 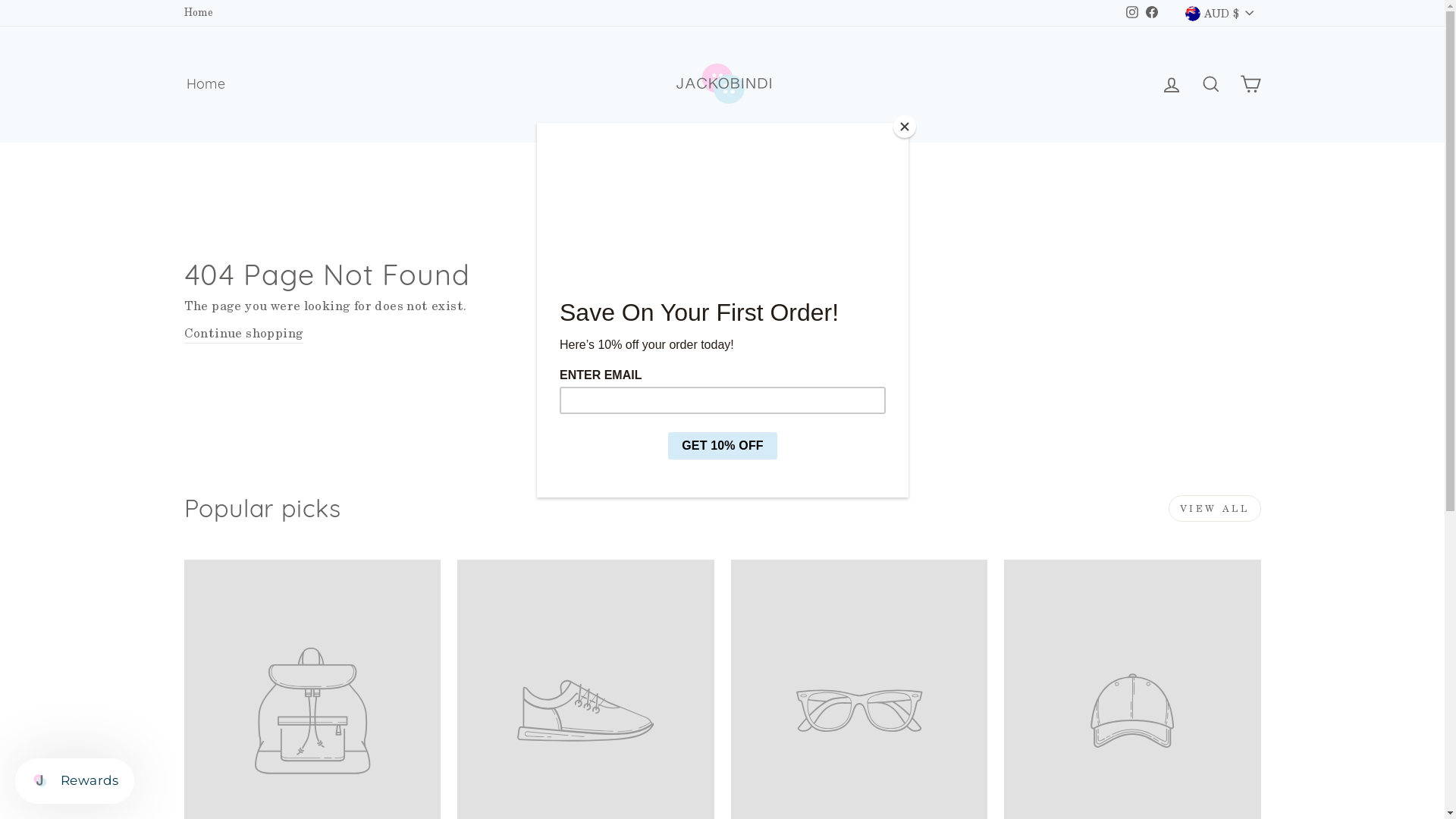 What do you see at coordinates (0, 0) in the screenshot?
I see `'Skip to content'` at bounding box center [0, 0].